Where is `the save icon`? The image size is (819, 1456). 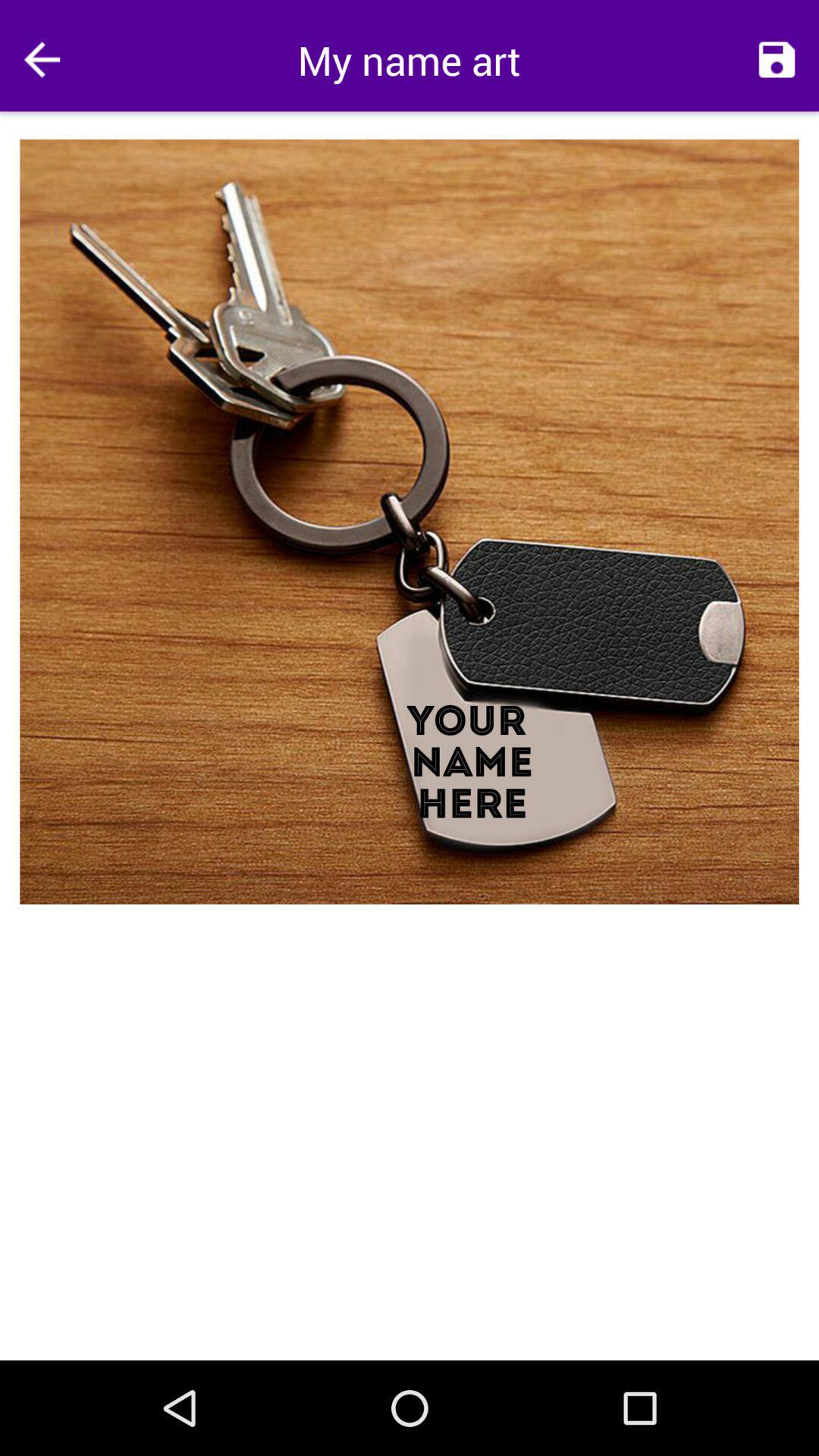 the save icon is located at coordinates (777, 63).